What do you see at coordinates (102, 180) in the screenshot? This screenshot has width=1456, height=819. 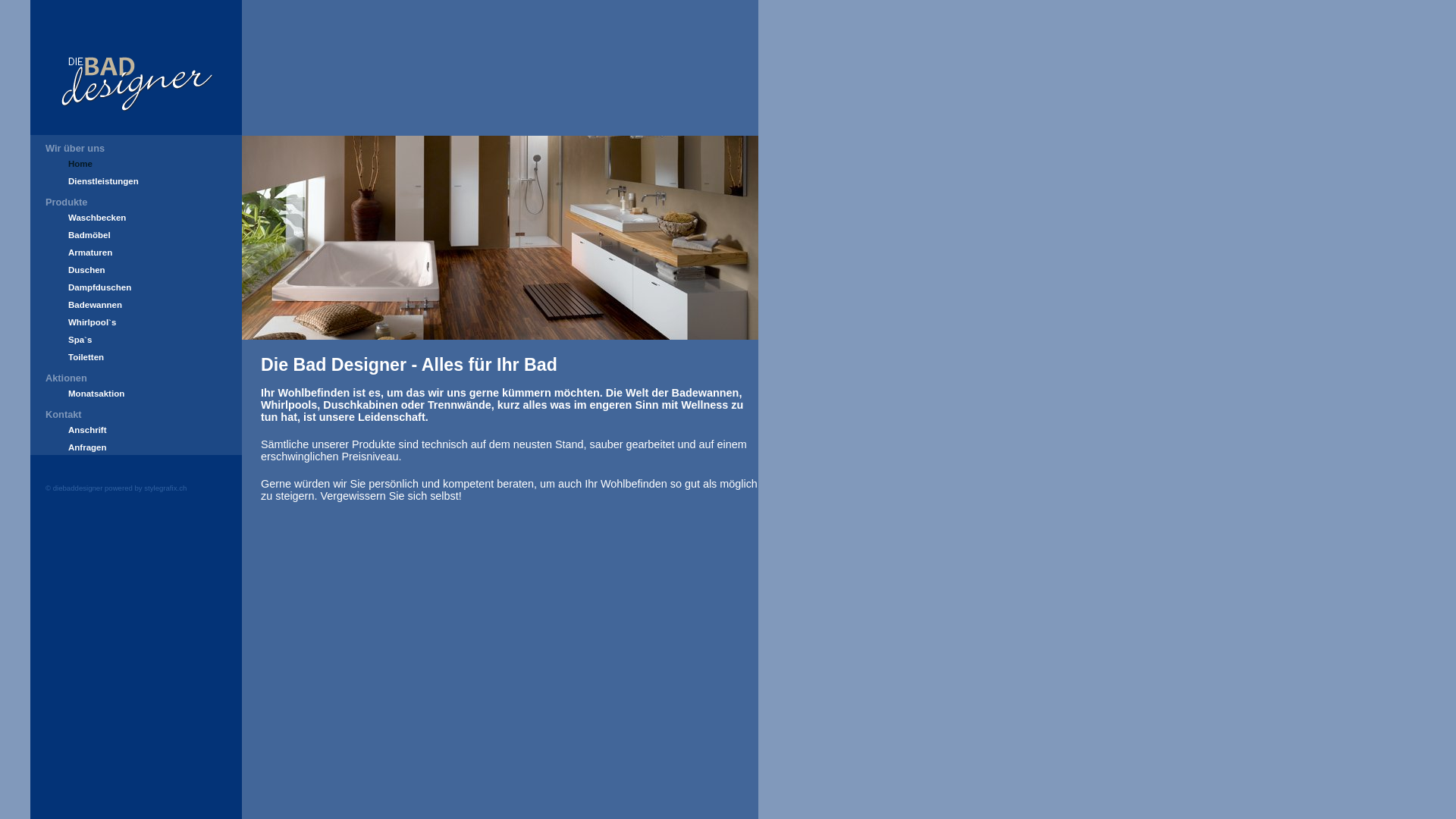 I see `'Dienstleistungen'` at bounding box center [102, 180].